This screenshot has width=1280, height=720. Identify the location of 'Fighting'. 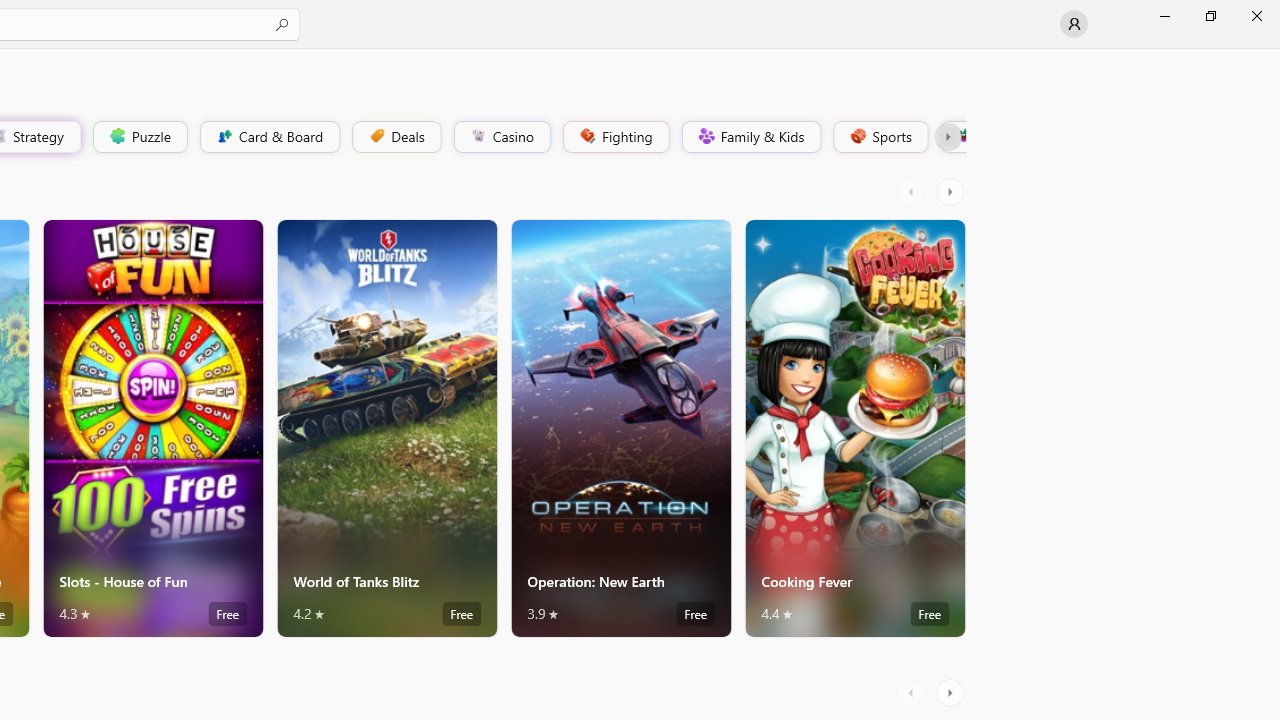
(614, 135).